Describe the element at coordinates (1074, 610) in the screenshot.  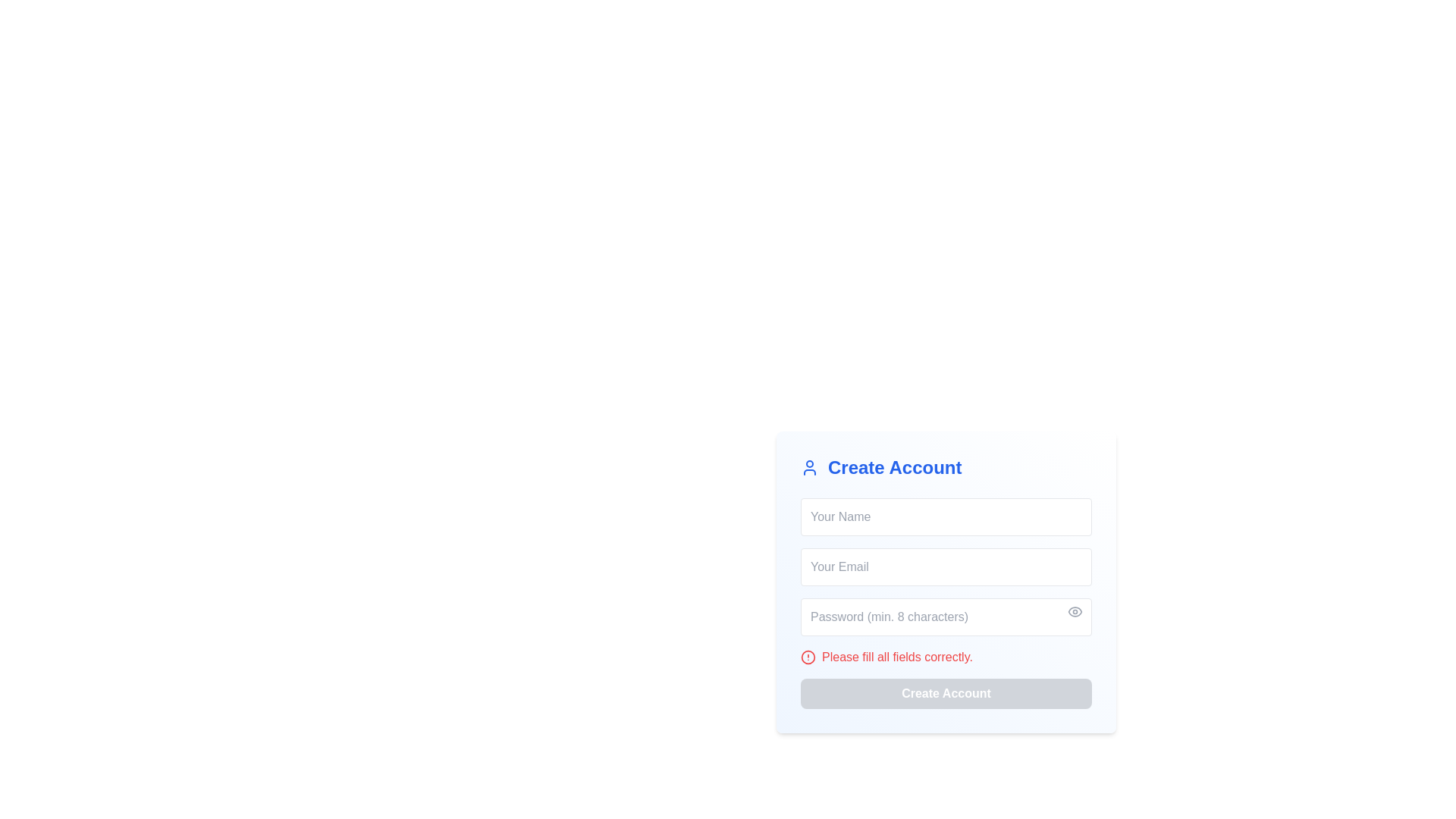
I see `the eye icon button in the top-right corner of the password input field` at that location.